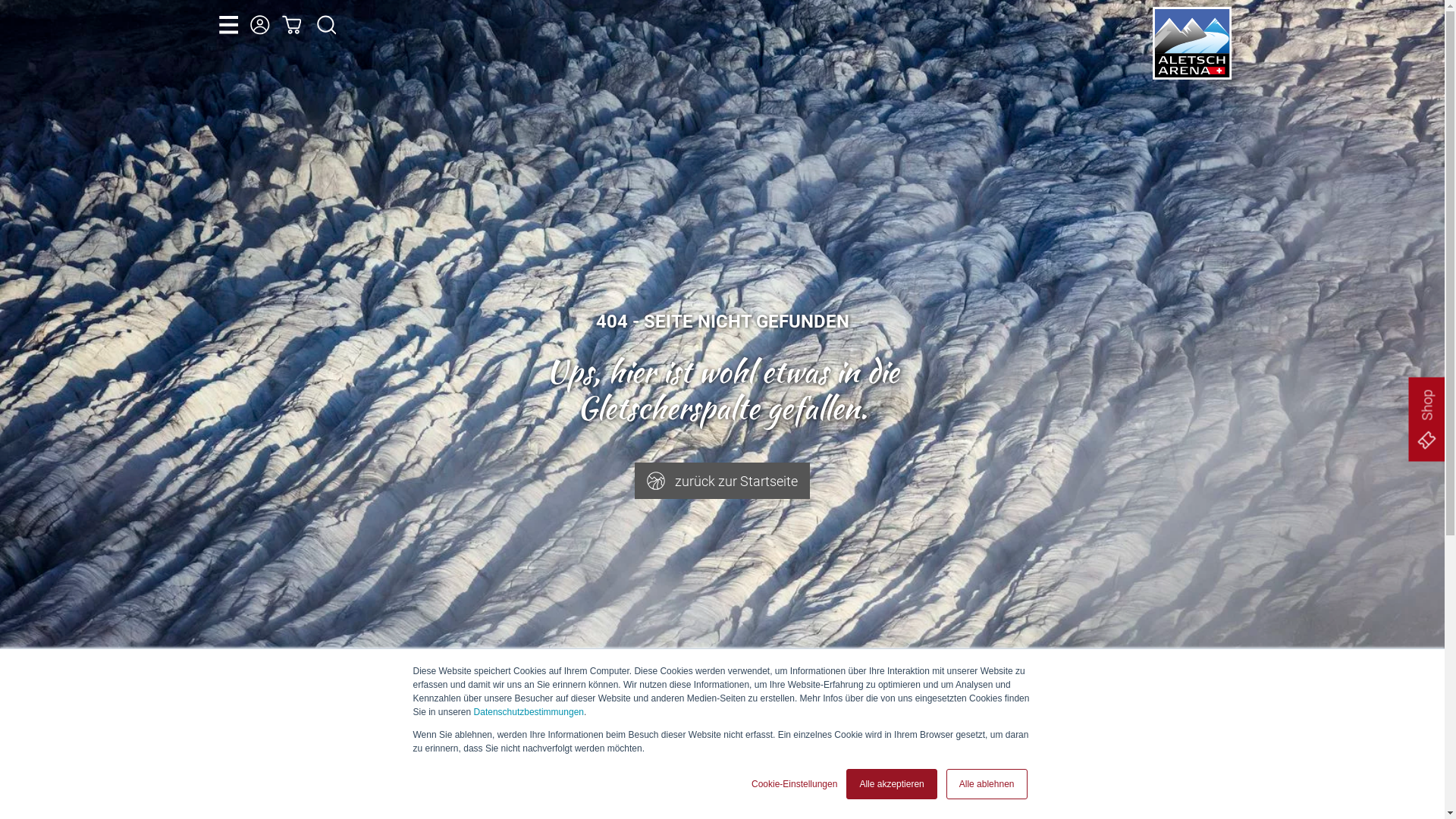  What do you see at coordinates (891, 783) in the screenshot?
I see `'Alle akzeptieren'` at bounding box center [891, 783].